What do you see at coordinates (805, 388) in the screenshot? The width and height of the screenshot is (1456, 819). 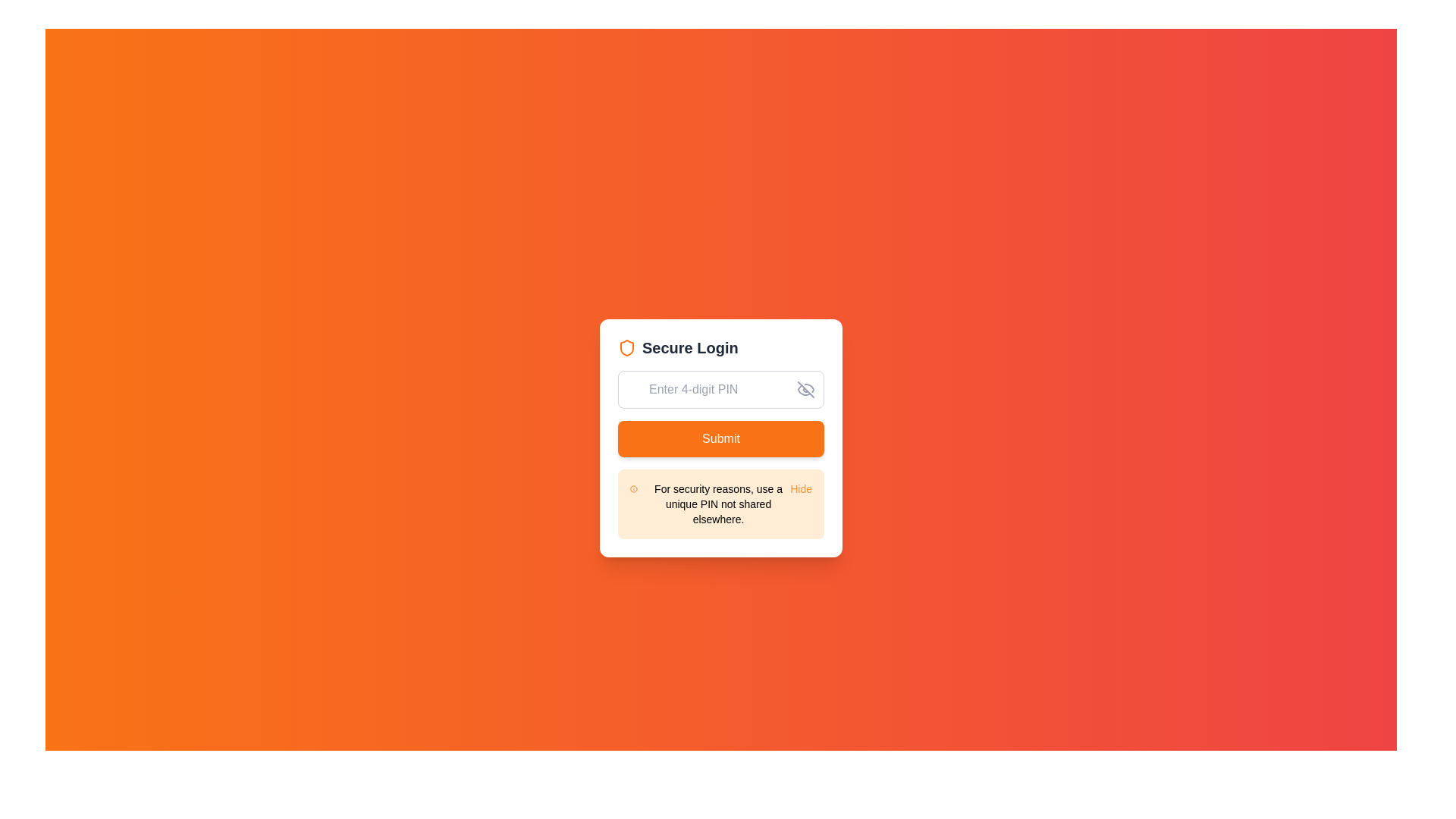 I see `the diagonal line element within the 'eye-off' SVG icon, which is part of the login form near the PIN entry field` at bounding box center [805, 388].